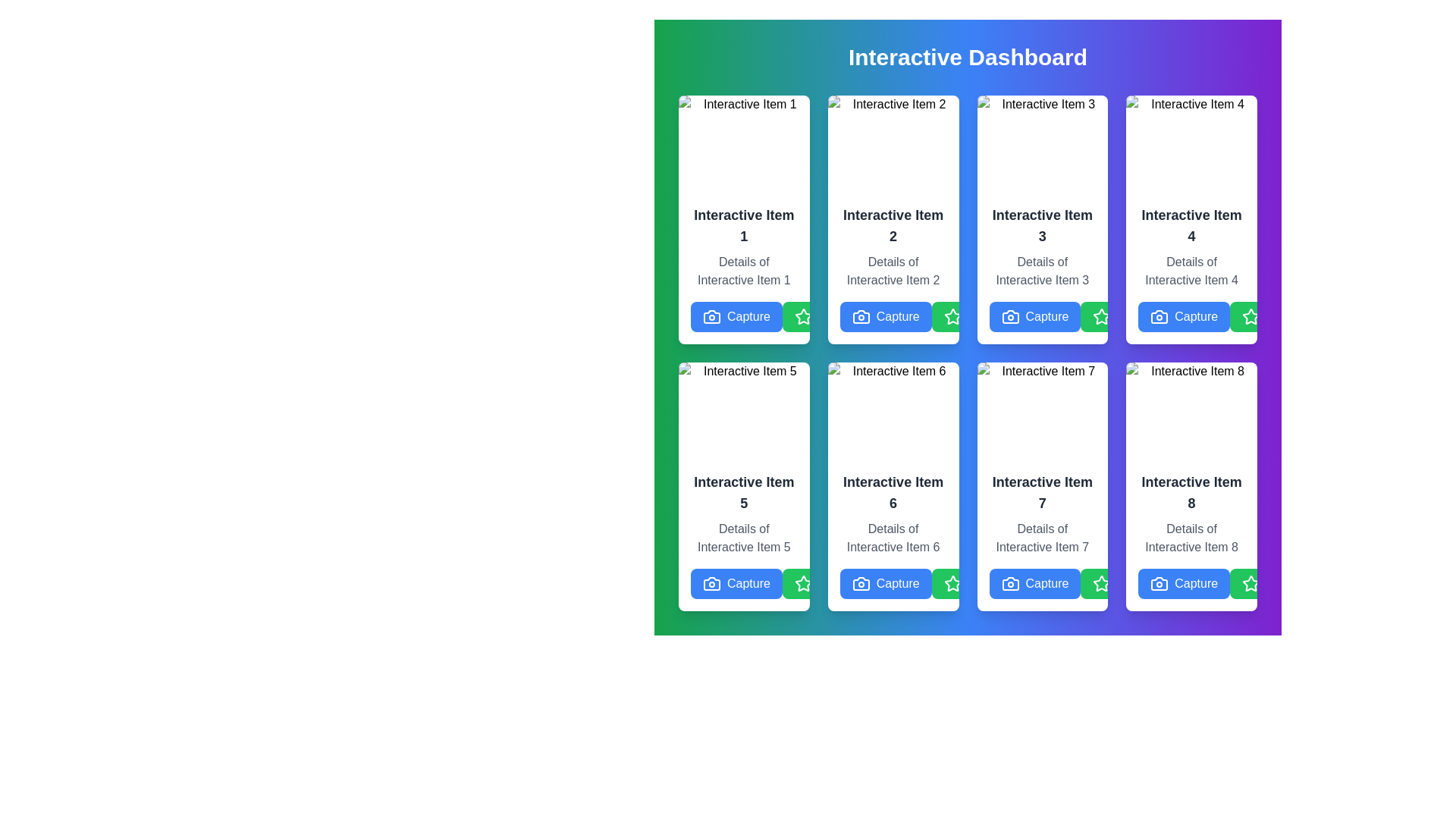 The width and height of the screenshot is (1456, 819). I want to click on the camera icon, which is a silhouette shape resembling a camera with a lens, located in the bottom-left corner of the interactive item card near the text 'Capture', so click(711, 315).